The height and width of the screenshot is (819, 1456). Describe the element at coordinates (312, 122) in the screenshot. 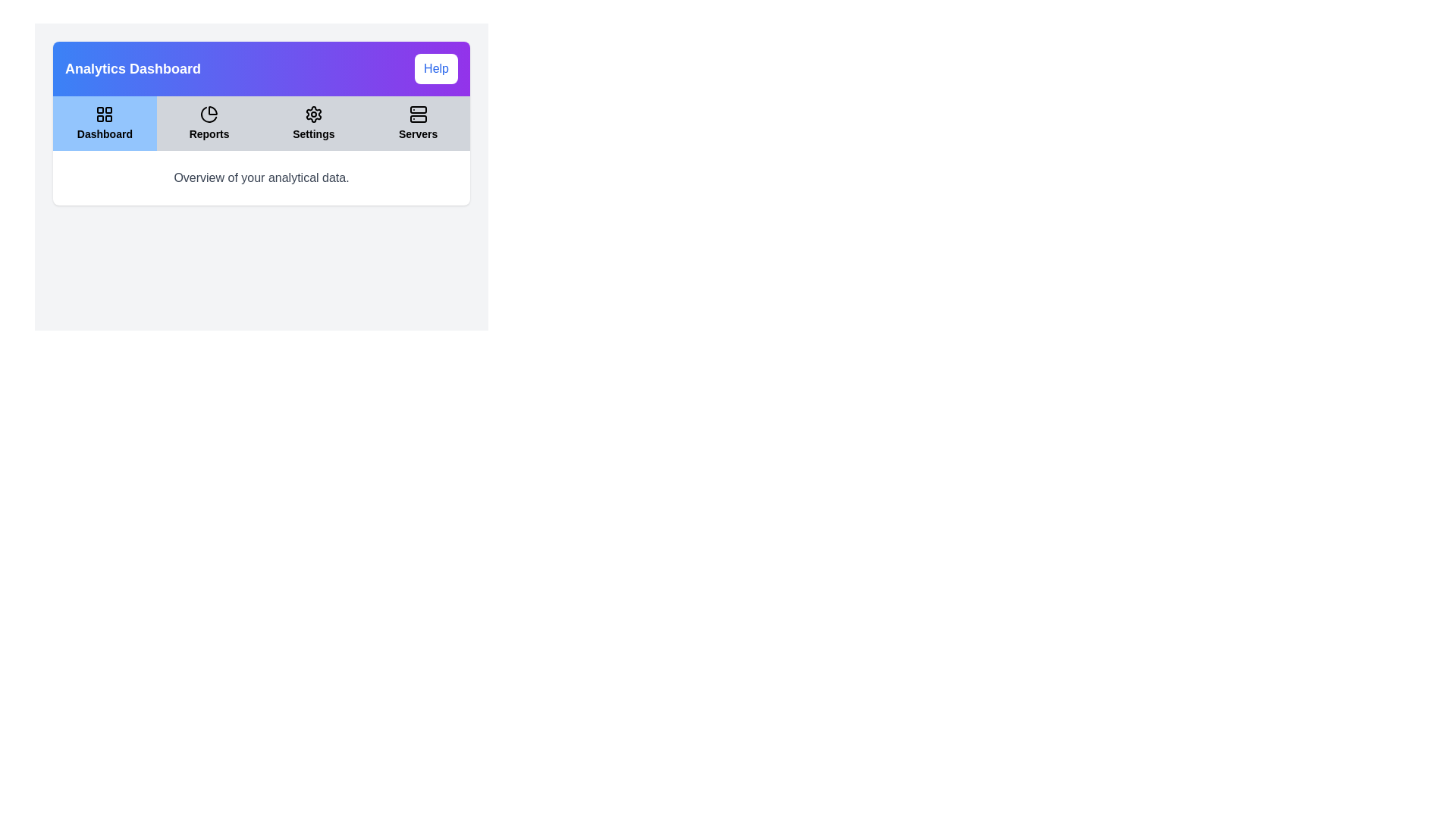

I see `the third button in a row of four options near the top of the interface` at that location.